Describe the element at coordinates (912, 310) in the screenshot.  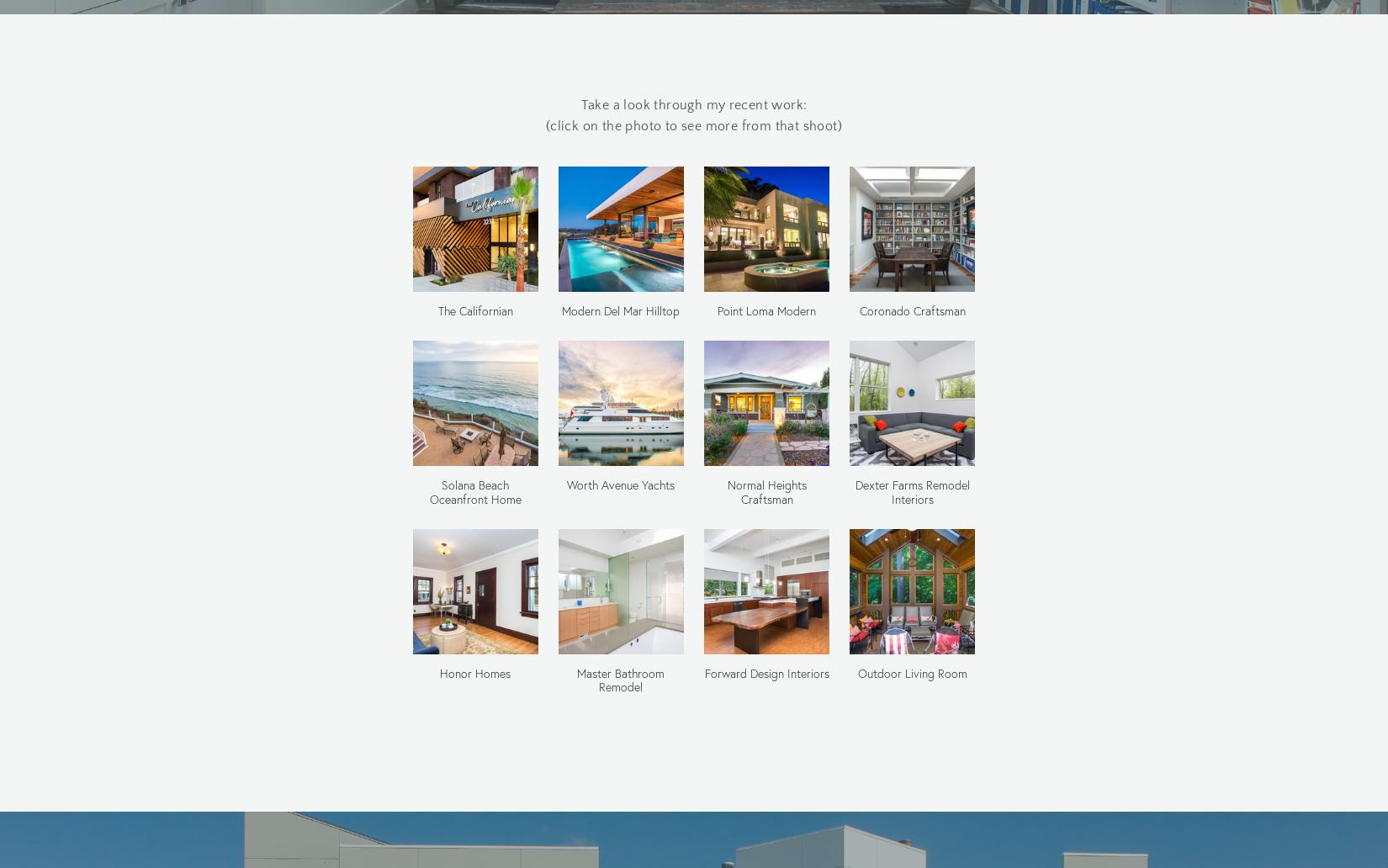
I see `'Coronado Craftsman'` at that location.